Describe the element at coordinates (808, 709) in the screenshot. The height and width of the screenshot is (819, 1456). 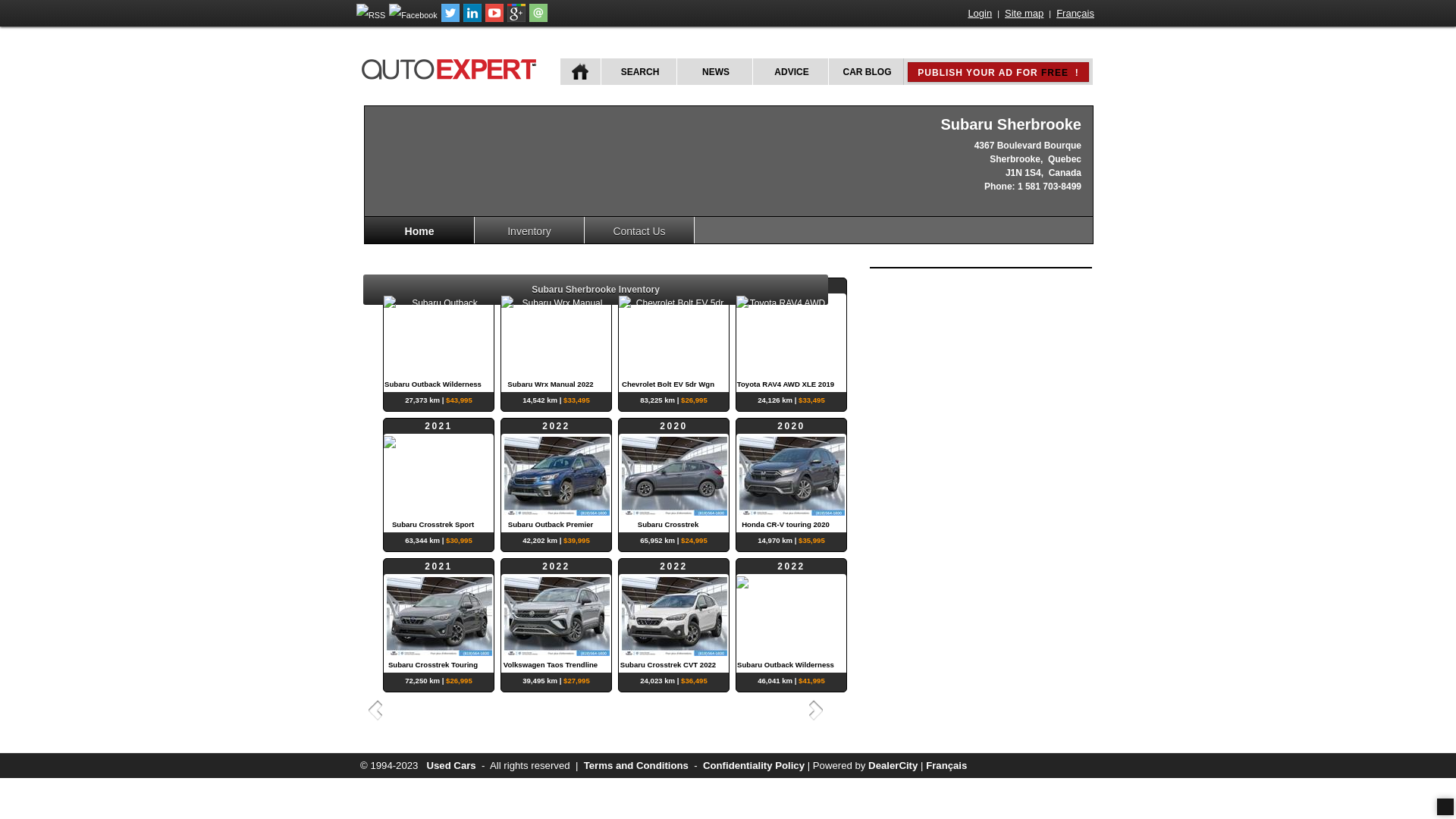
I see `'Next'` at that location.